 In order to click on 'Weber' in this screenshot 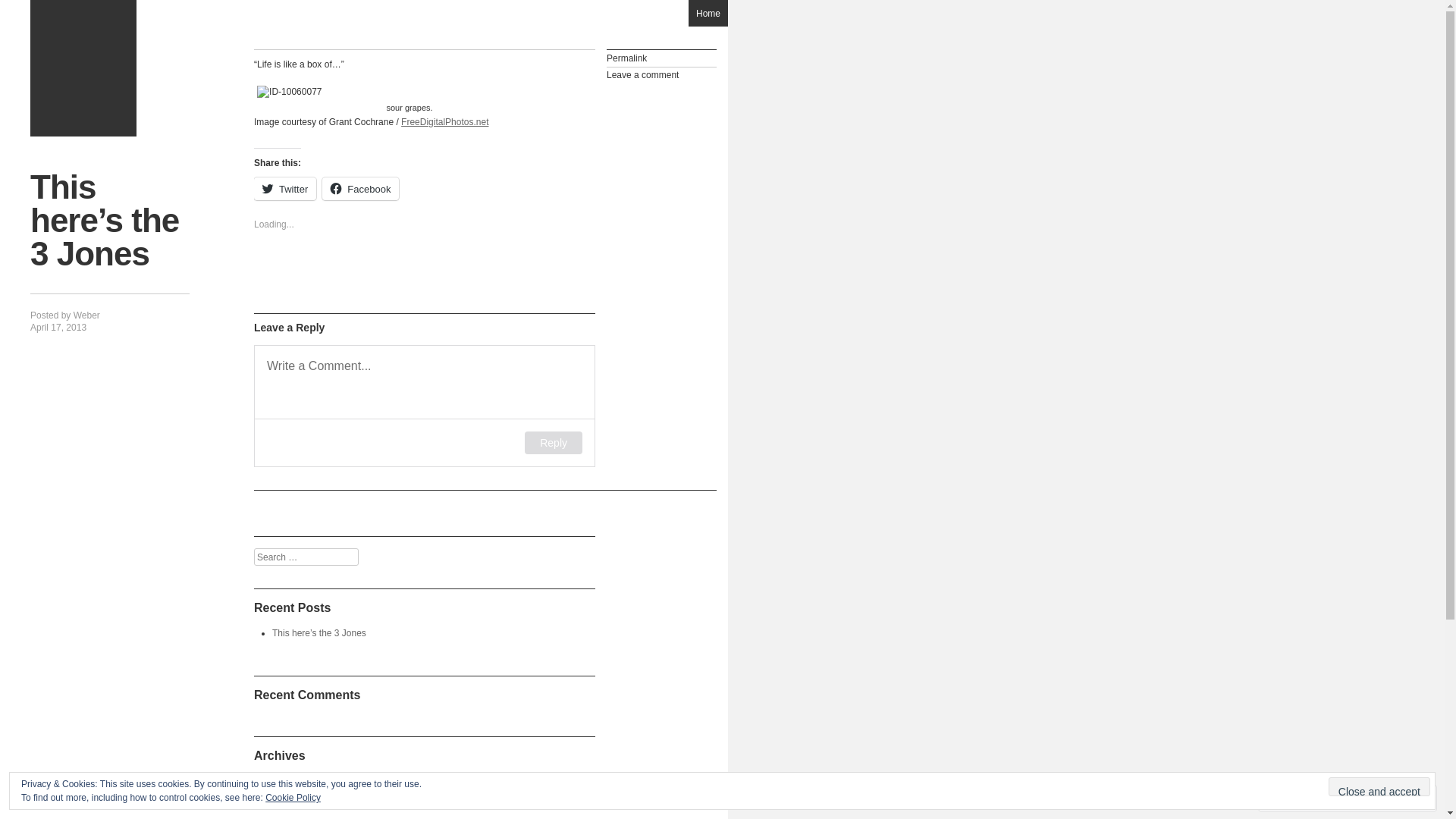, I will do `click(86, 315)`.